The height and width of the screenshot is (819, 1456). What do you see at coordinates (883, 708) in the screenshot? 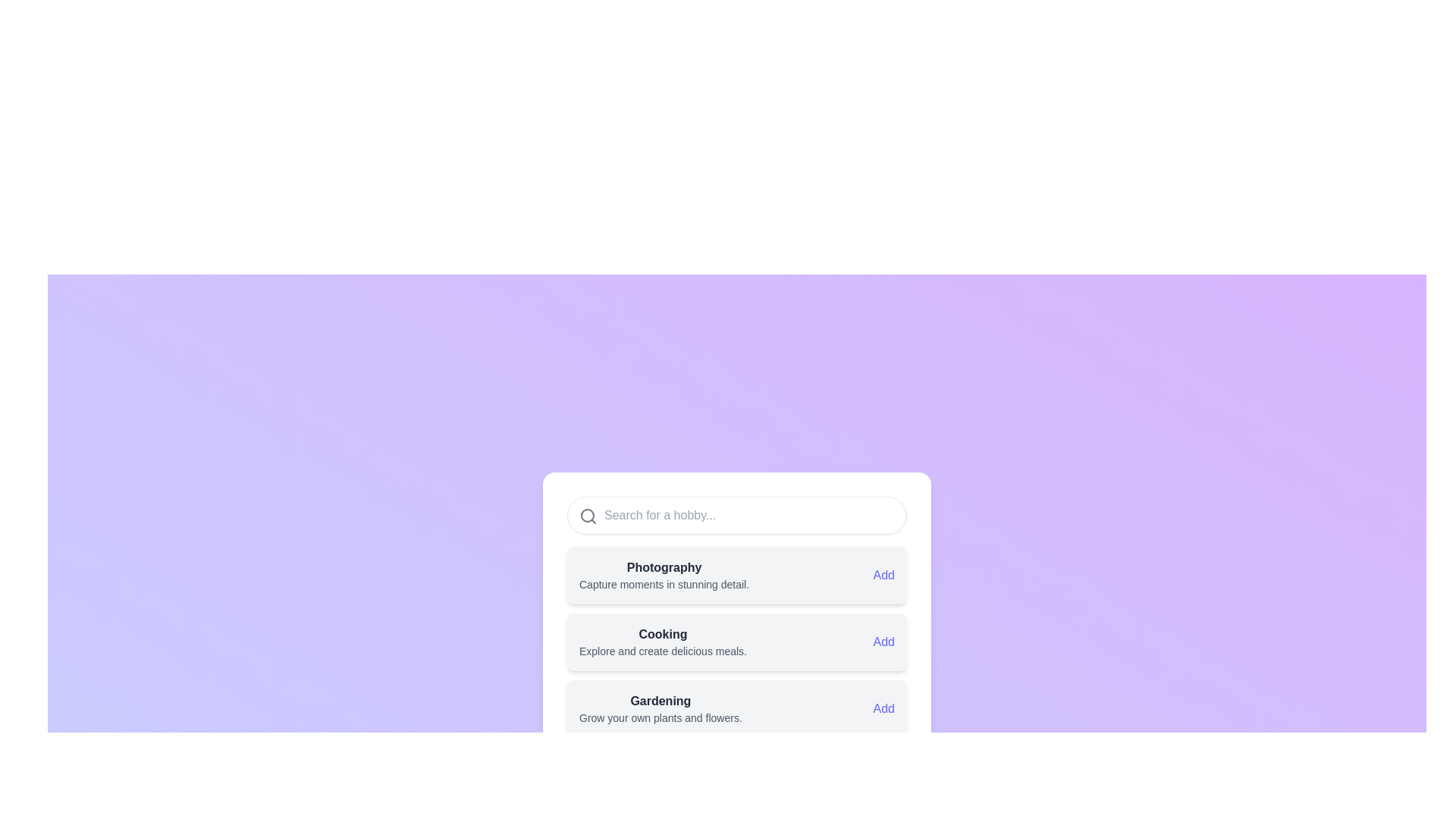
I see `the 'Add' button located in the top-right corner of the bottom card in the vertically stacked list` at bounding box center [883, 708].